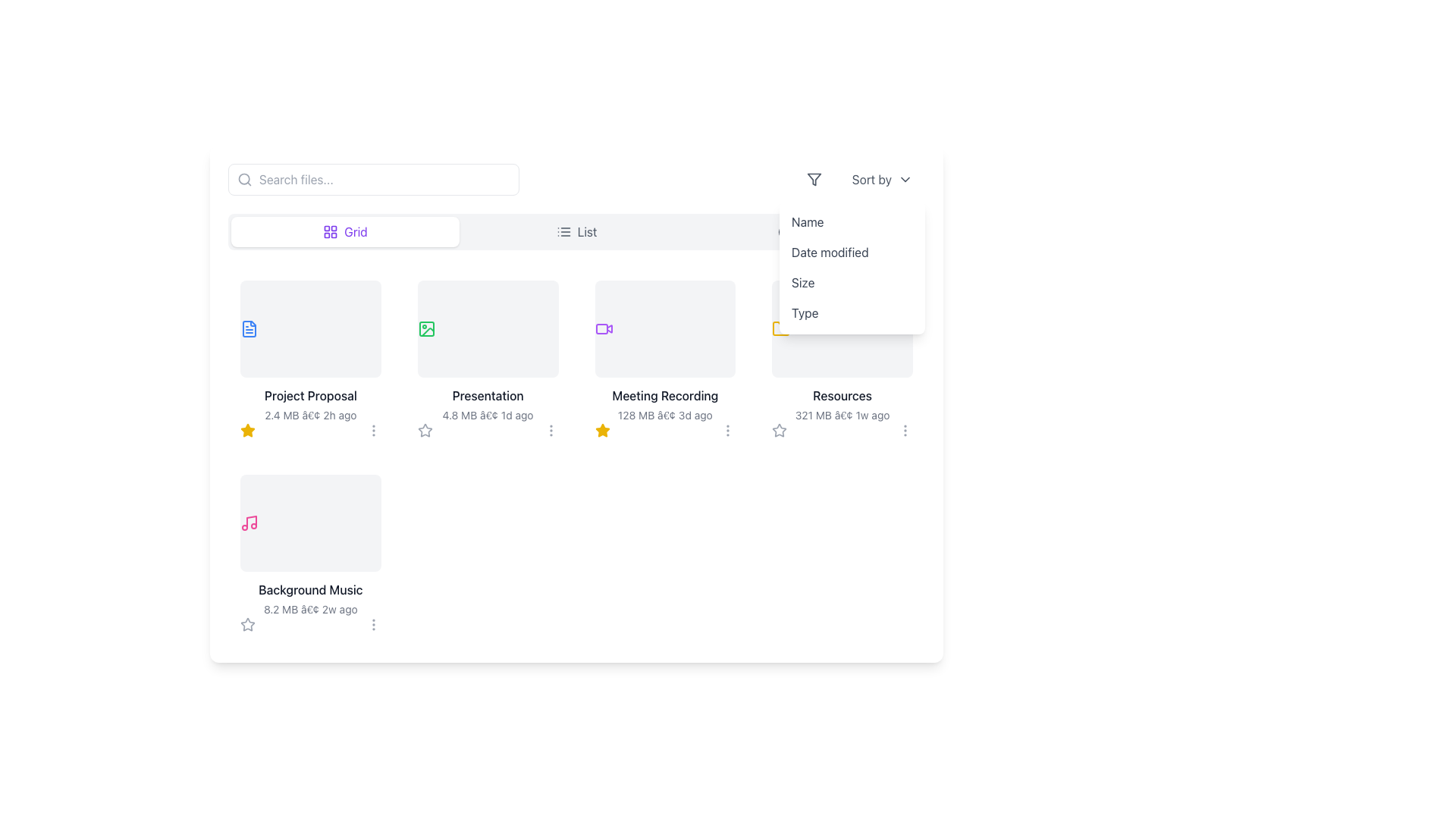 Image resolution: width=1456 pixels, height=819 pixels. Describe the element at coordinates (842, 394) in the screenshot. I see `the text label that identifies the 'Resources' item, positioned above its metadata in the bottom row of the file items grid layout` at that location.